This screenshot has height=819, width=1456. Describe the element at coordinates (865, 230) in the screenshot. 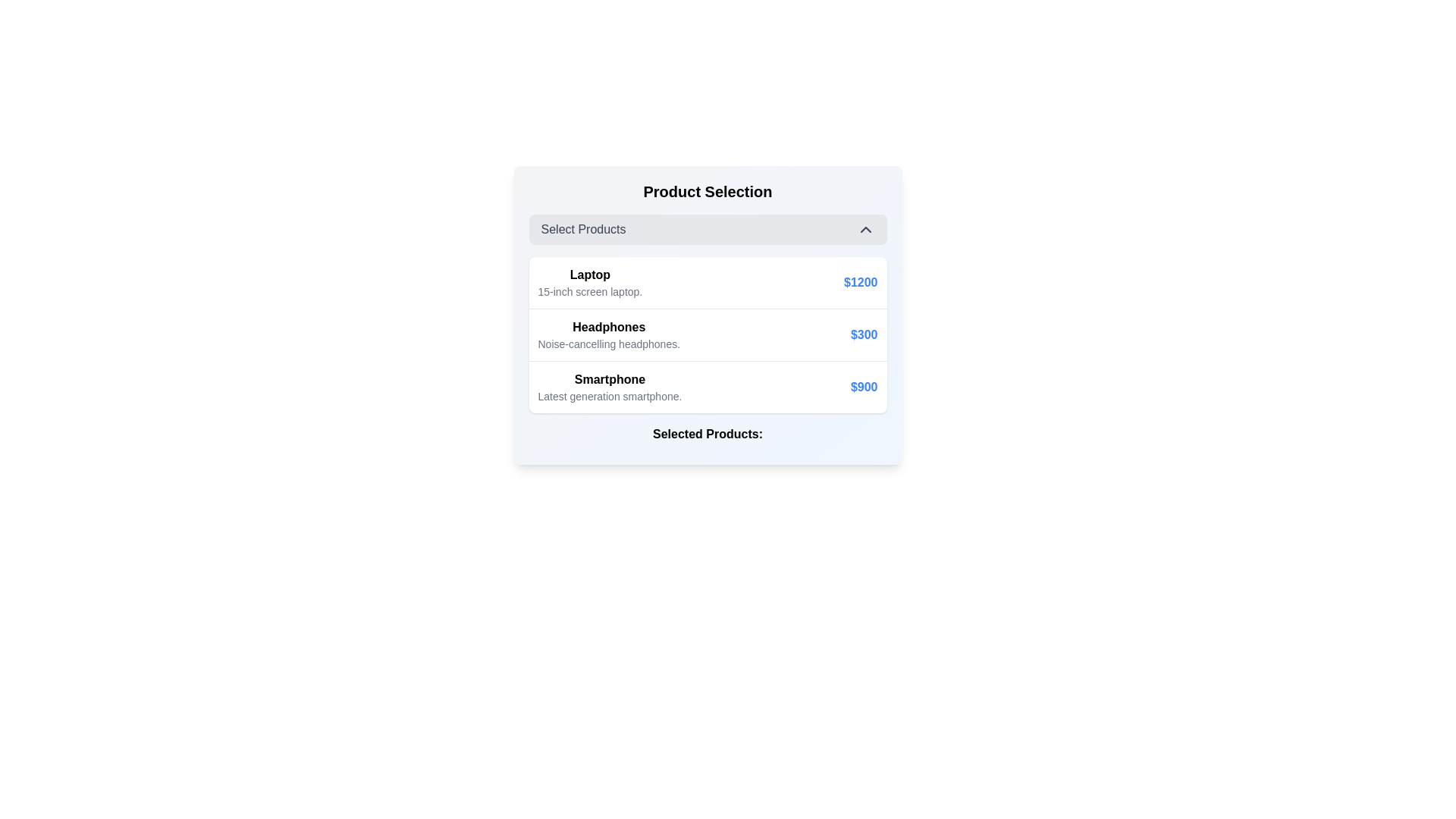

I see `the upward-pointing chevron icon located to the right of the 'Select Products' button` at that location.